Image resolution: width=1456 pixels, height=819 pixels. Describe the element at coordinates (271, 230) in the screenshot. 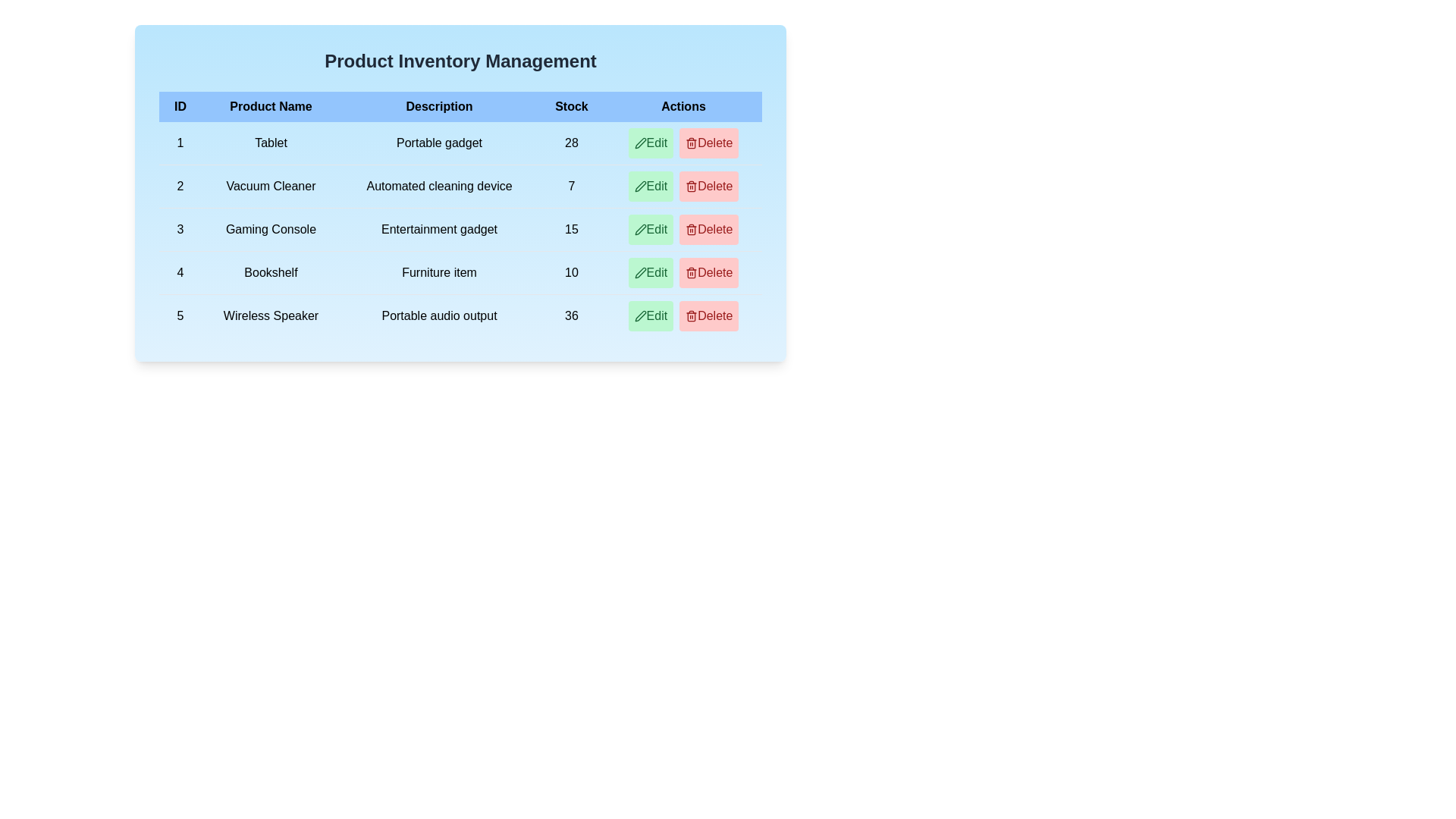

I see `static text element displaying 'Gaming Console' located in the second column of the table under the 'Product Name' heading` at that location.